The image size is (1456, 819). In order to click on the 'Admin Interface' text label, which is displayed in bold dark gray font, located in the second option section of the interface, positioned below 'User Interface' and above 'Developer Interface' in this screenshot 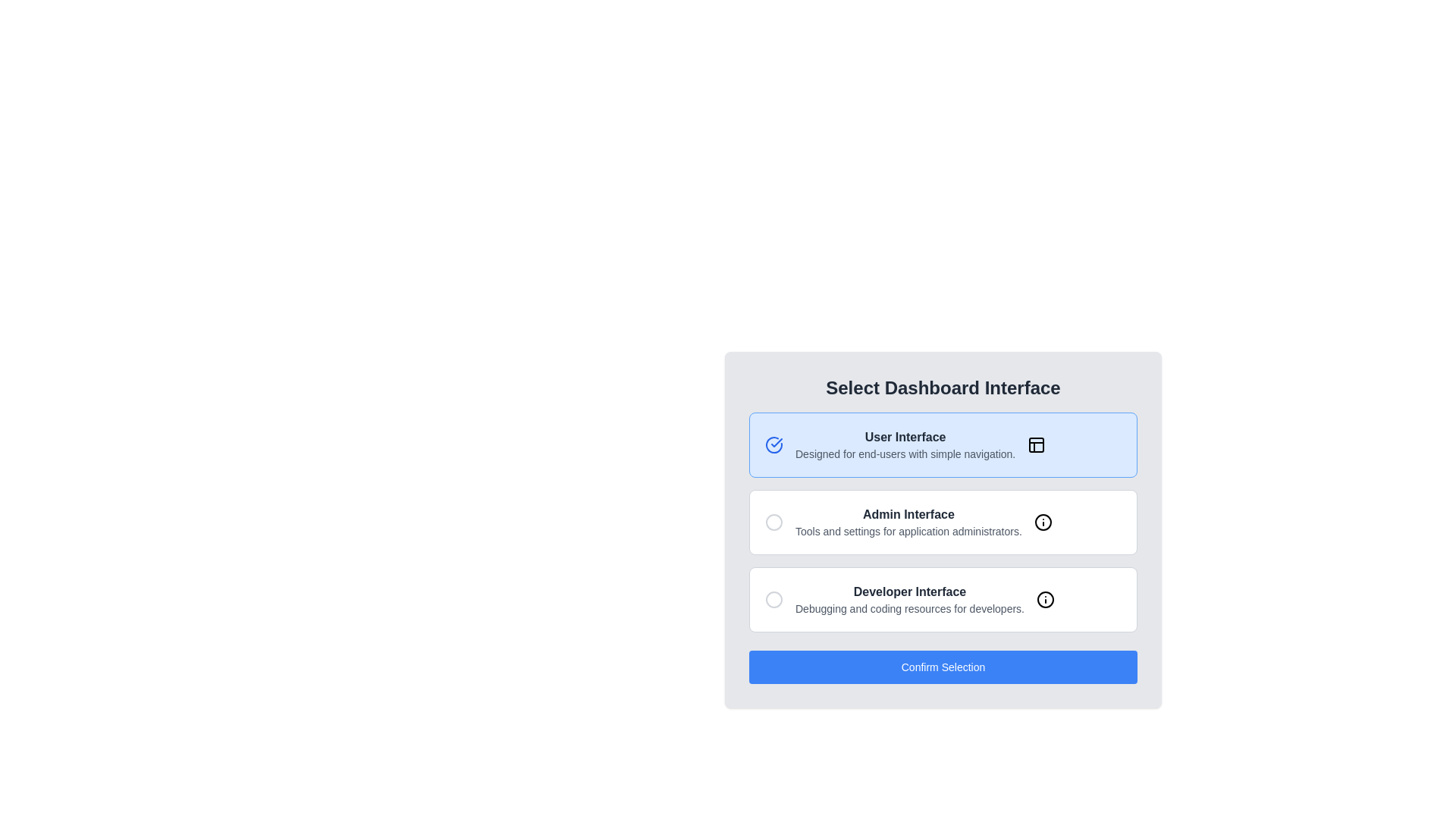, I will do `click(908, 513)`.